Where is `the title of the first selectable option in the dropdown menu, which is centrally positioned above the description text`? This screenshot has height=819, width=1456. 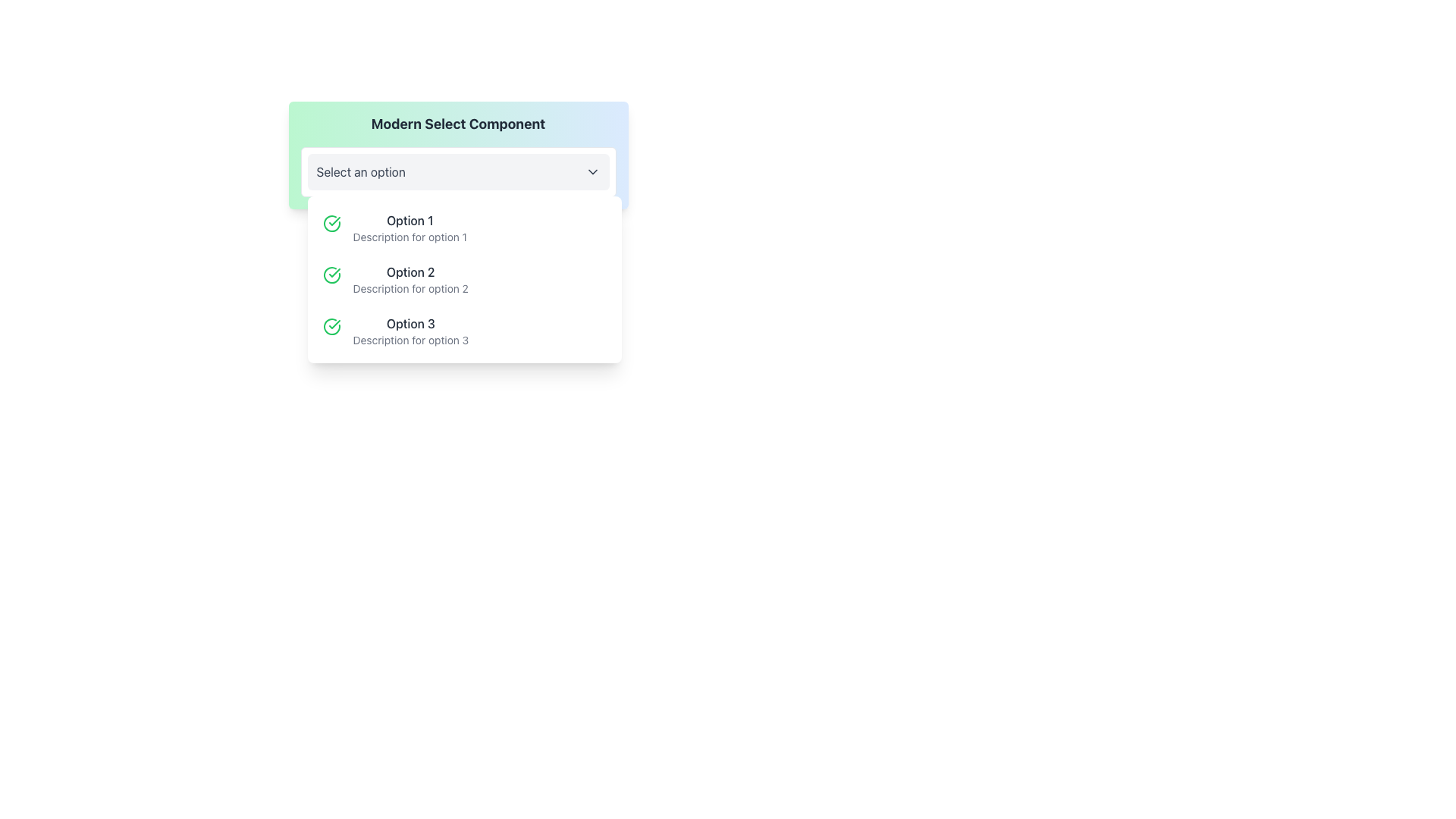
the title of the first selectable option in the dropdown menu, which is centrally positioned above the description text is located at coordinates (409, 220).